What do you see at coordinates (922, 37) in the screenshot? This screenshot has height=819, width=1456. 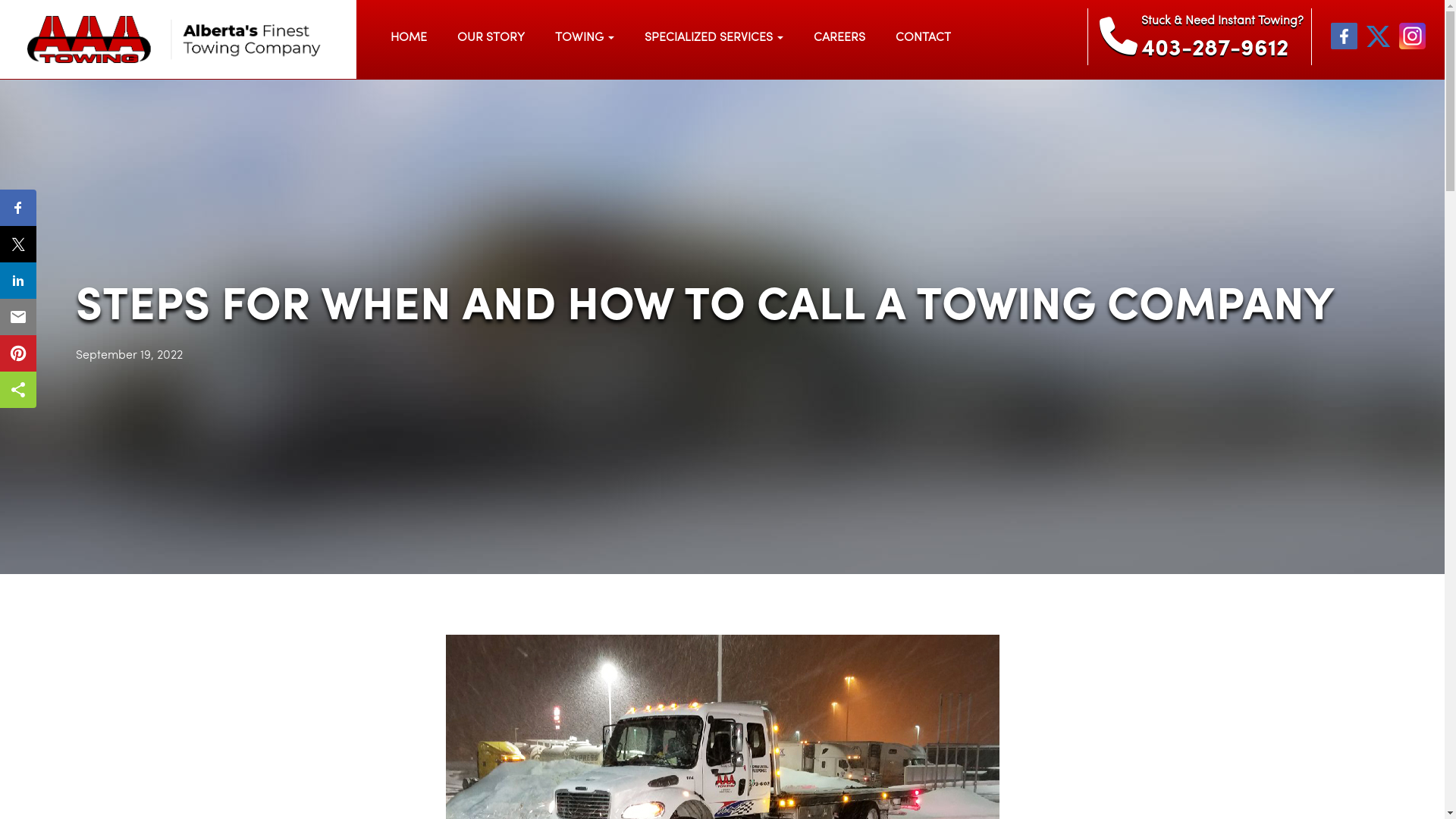 I see `'CONTACT'` at bounding box center [922, 37].